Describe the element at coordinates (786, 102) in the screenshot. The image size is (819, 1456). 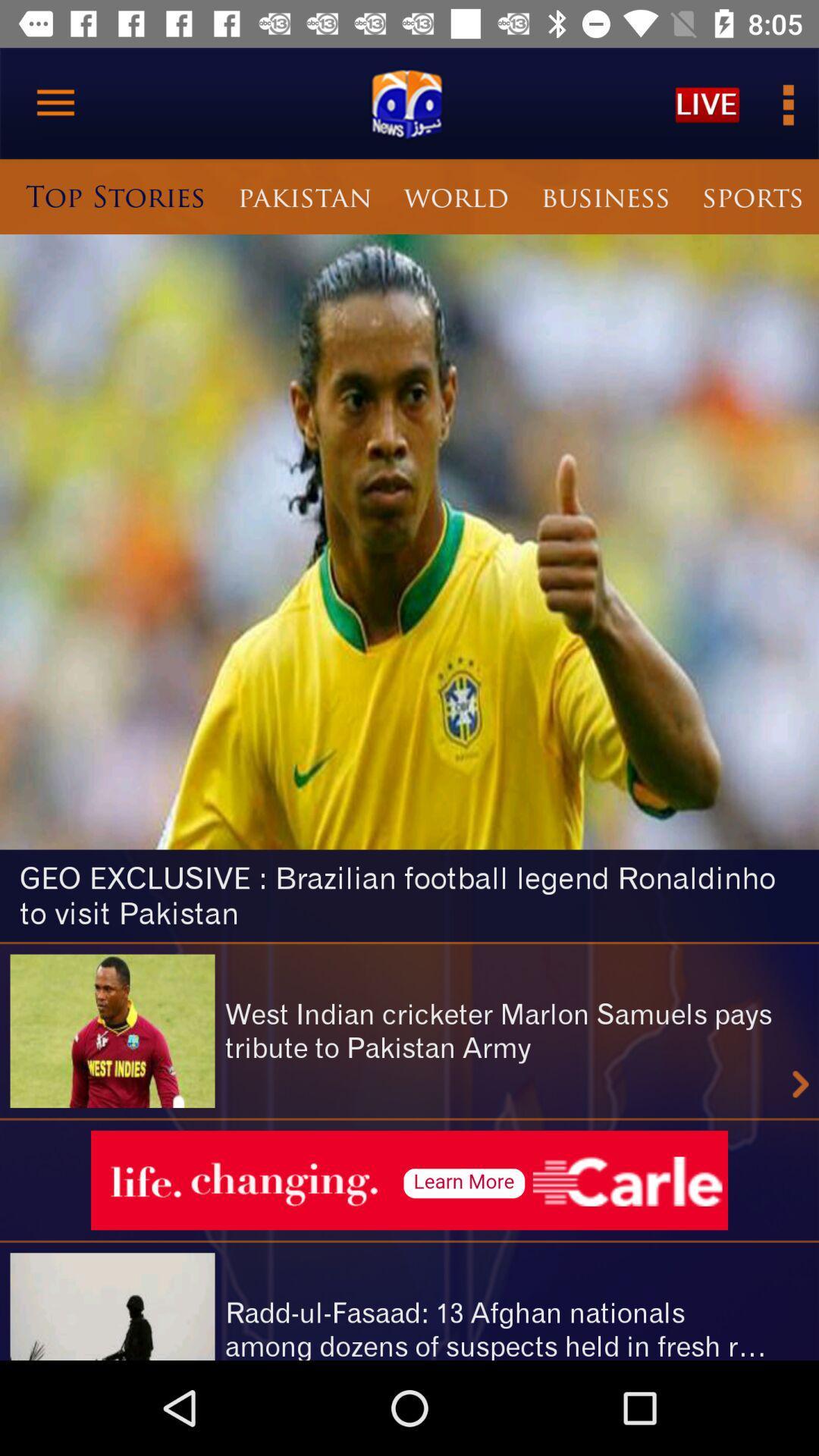
I see `more information` at that location.